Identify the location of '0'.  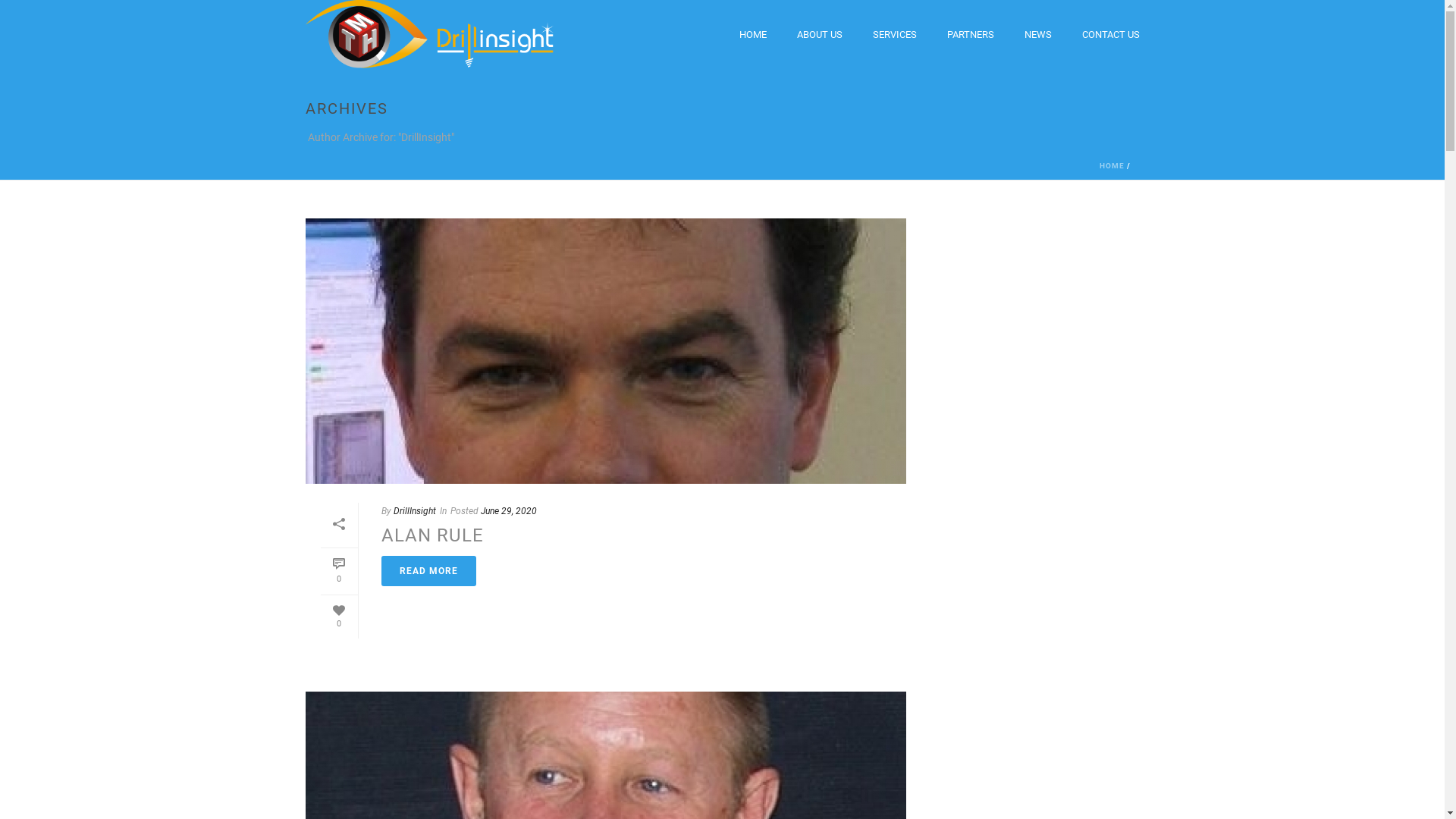
(337, 571).